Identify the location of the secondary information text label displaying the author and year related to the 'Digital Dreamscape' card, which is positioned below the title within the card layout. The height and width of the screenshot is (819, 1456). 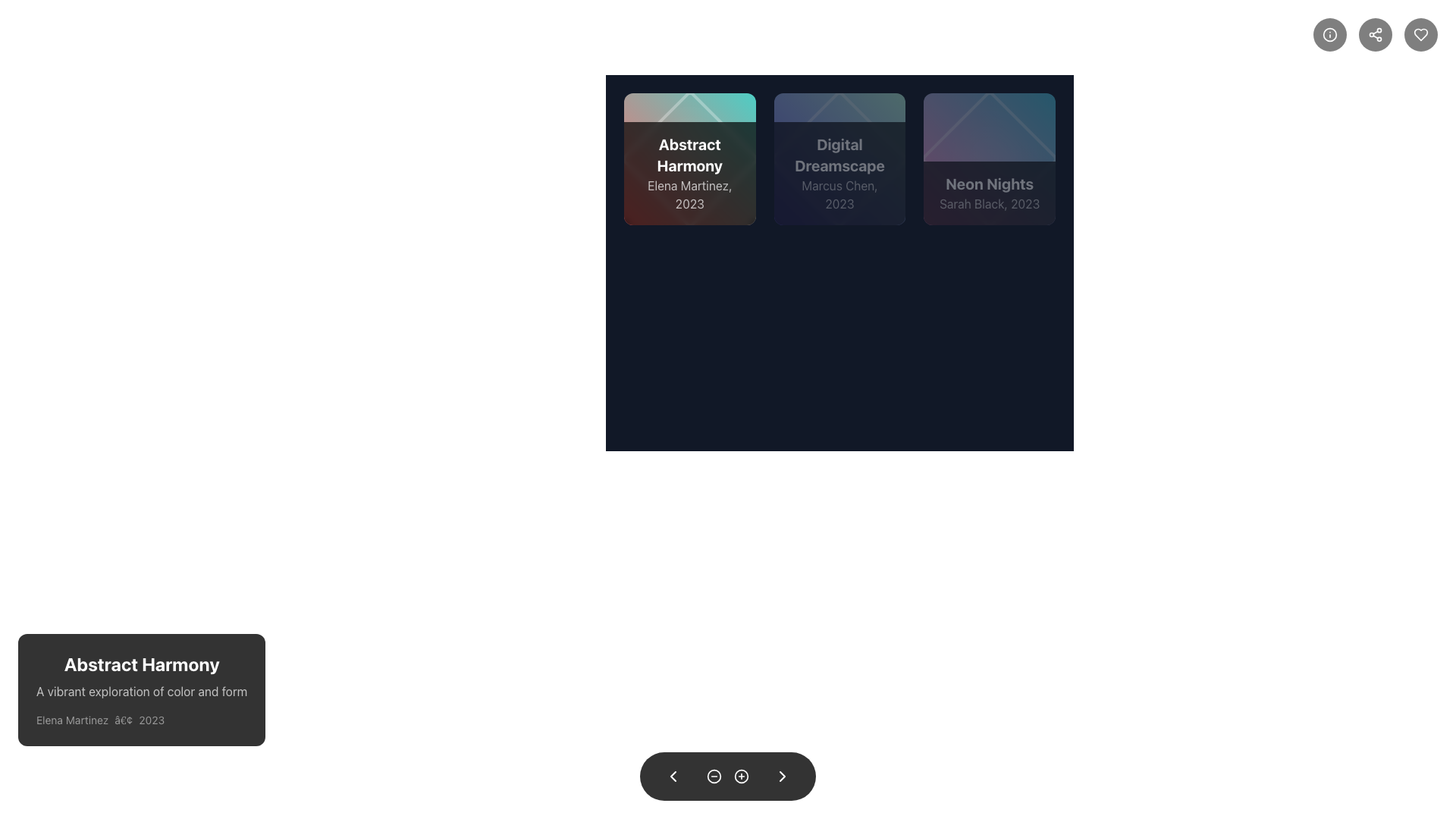
(839, 193).